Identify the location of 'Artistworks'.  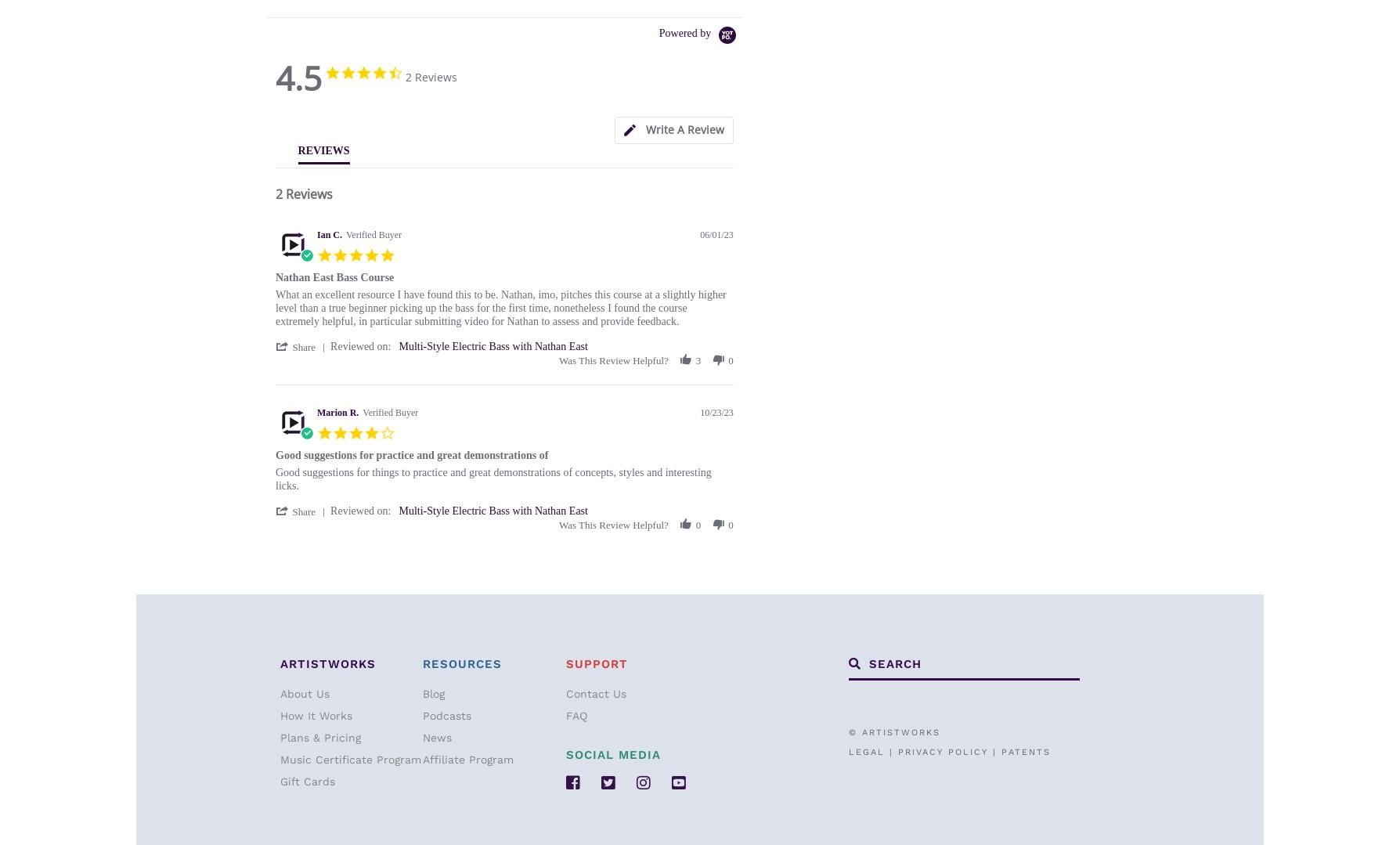
(327, 663).